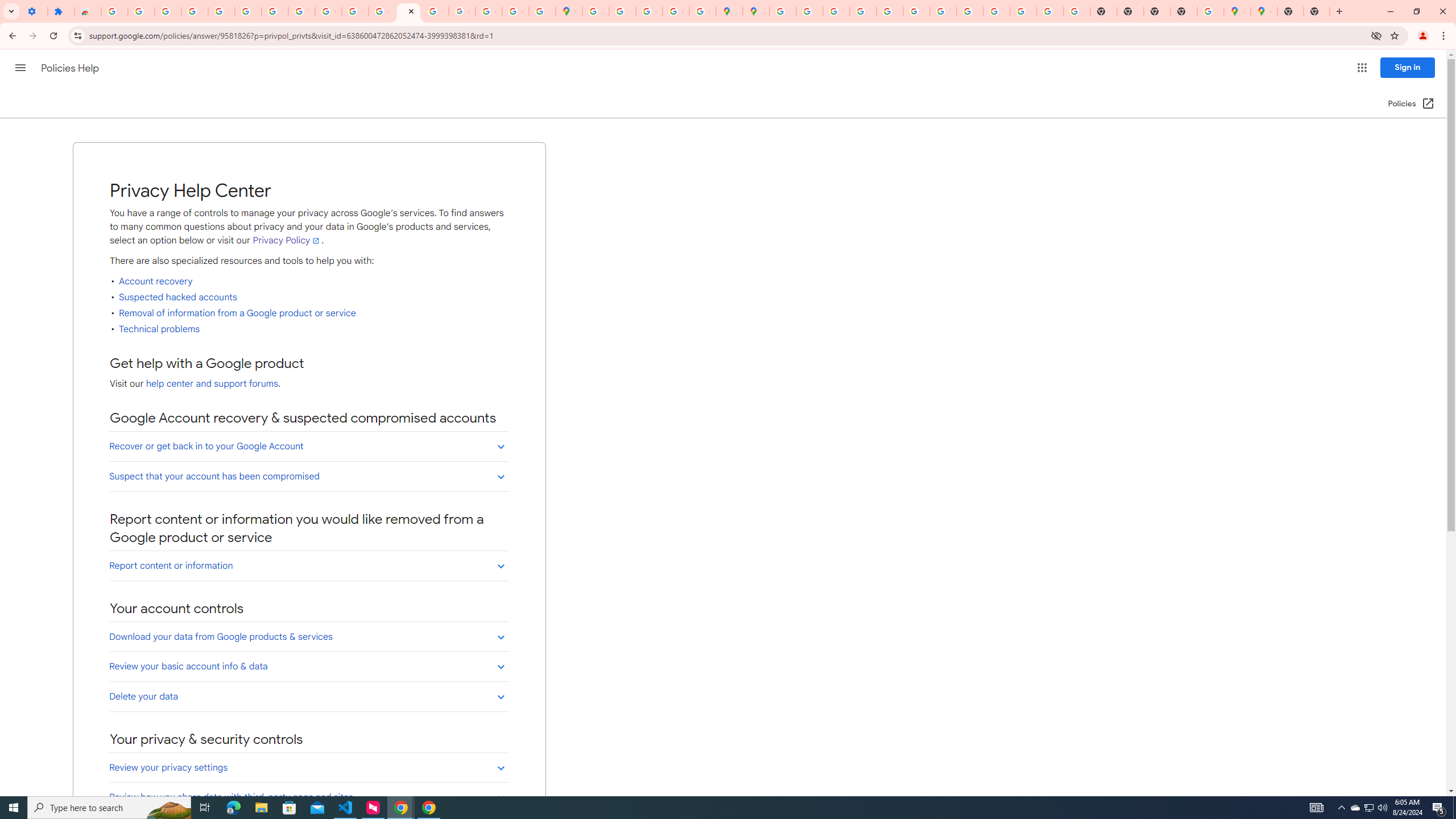 The height and width of the screenshot is (819, 1456). I want to click on 'Suspected hacked accounts', so click(178, 296).